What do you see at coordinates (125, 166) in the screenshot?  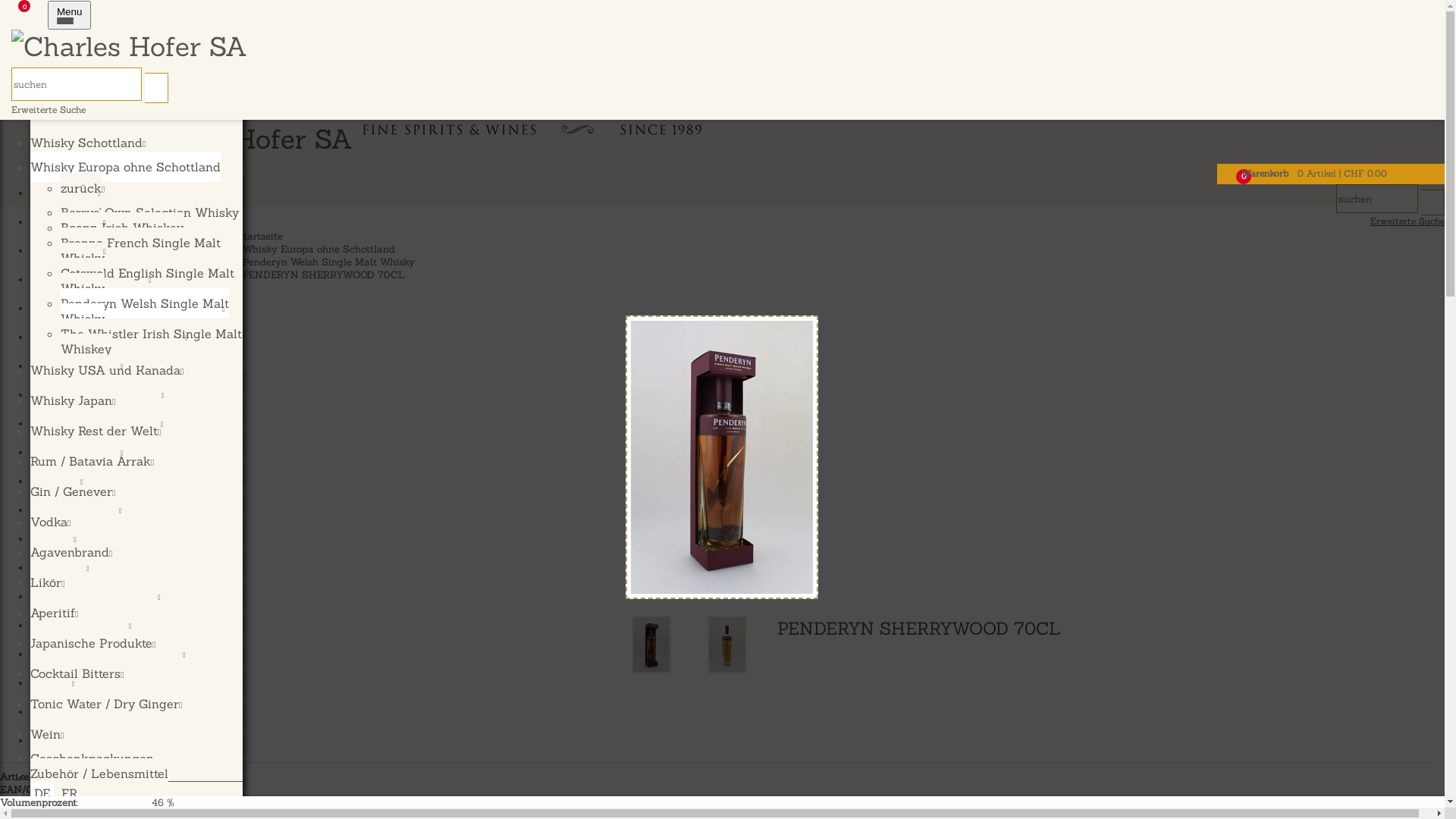 I see `'Whisky Europa ohne Schottland'` at bounding box center [125, 166].